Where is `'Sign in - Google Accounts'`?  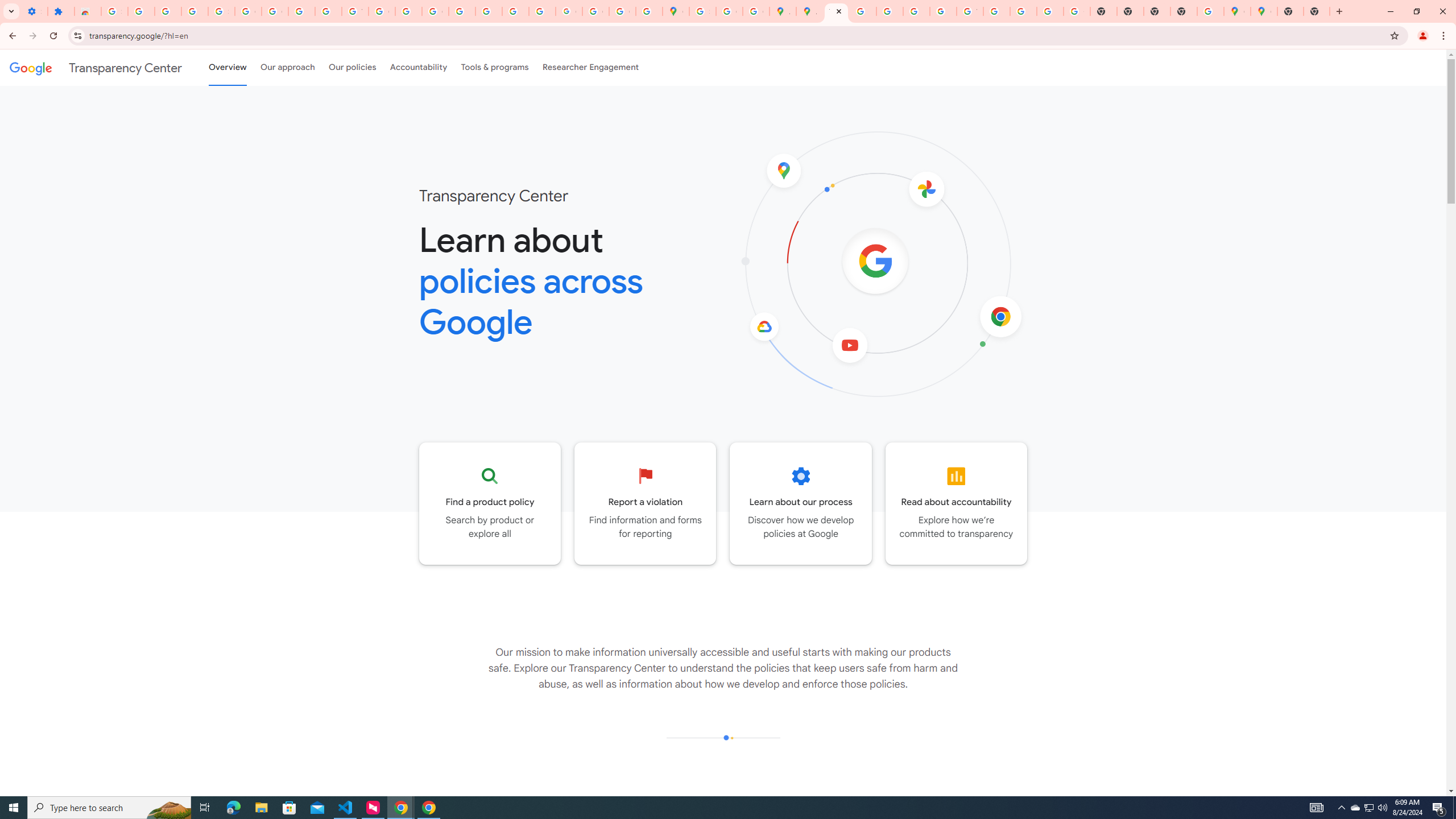 'Sign in - Google Accounts' is located at coordinates (113, 11).